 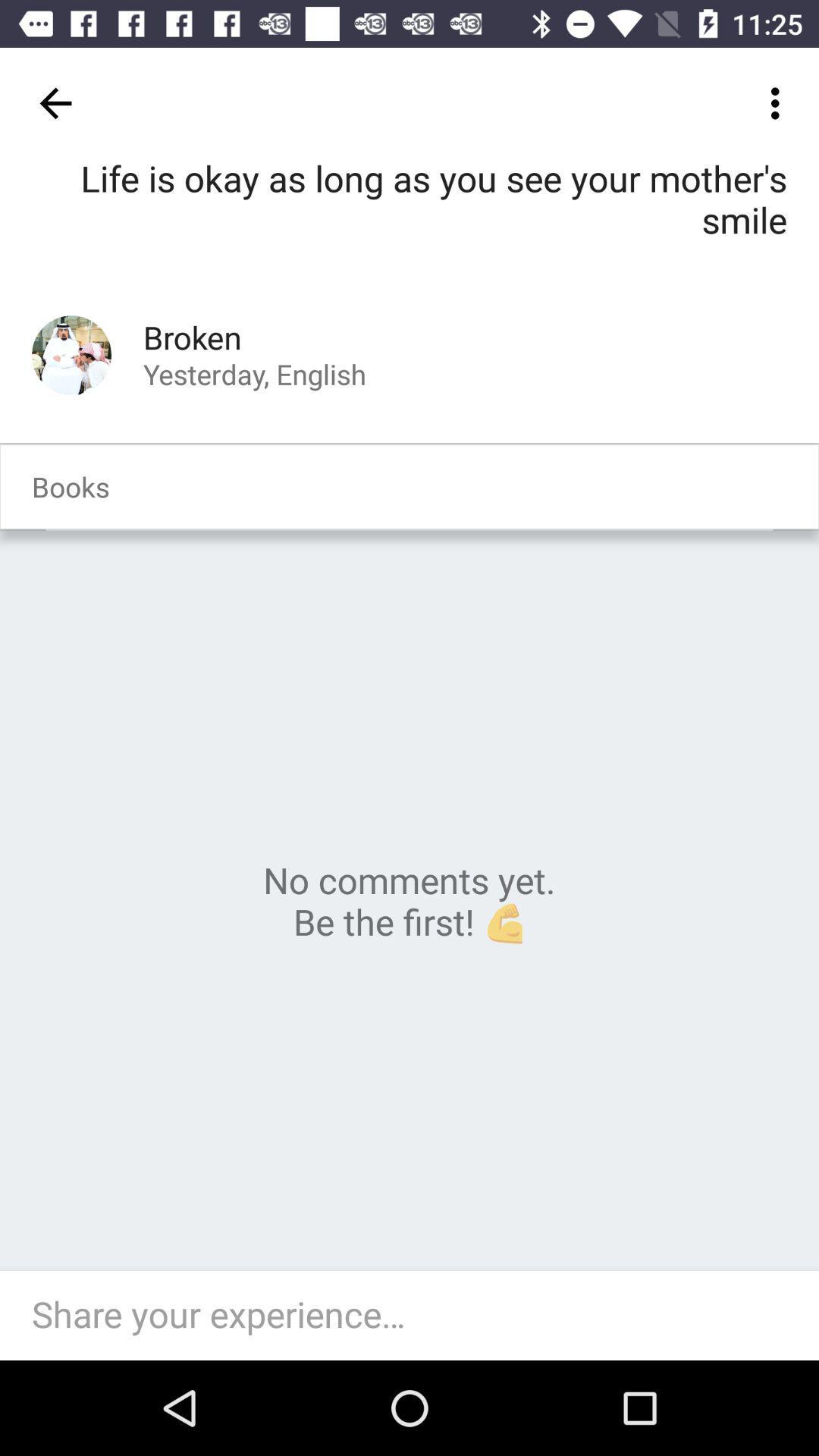 I want to click on allows you to respond to a comment, so click(x=417, y=1315).